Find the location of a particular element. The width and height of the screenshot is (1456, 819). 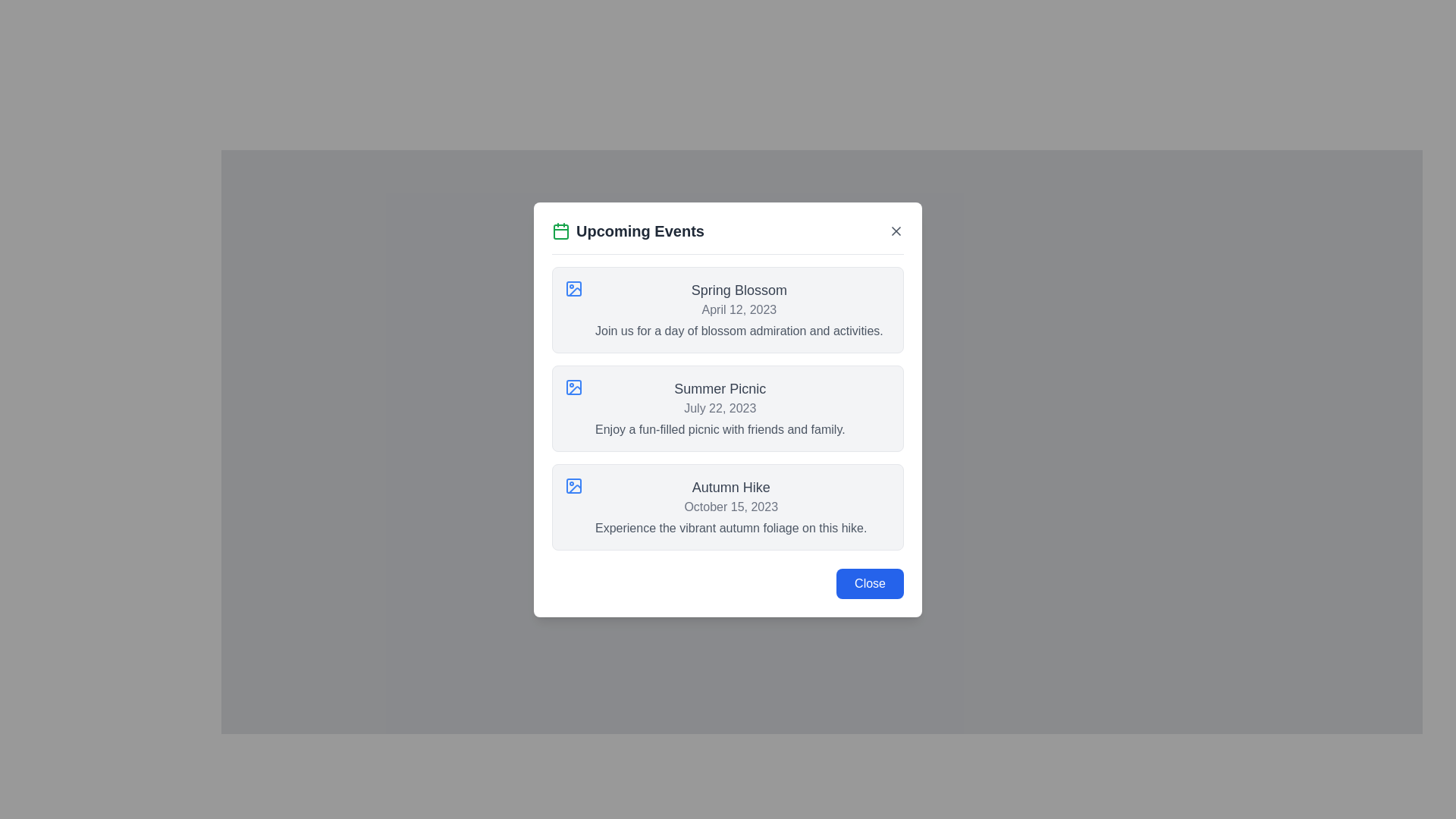

the icon representing the 'Summer Picnic' event located in the 'Upcoming Events' modal, positioned to the left of the title and date is located at coordinates (573, 385).